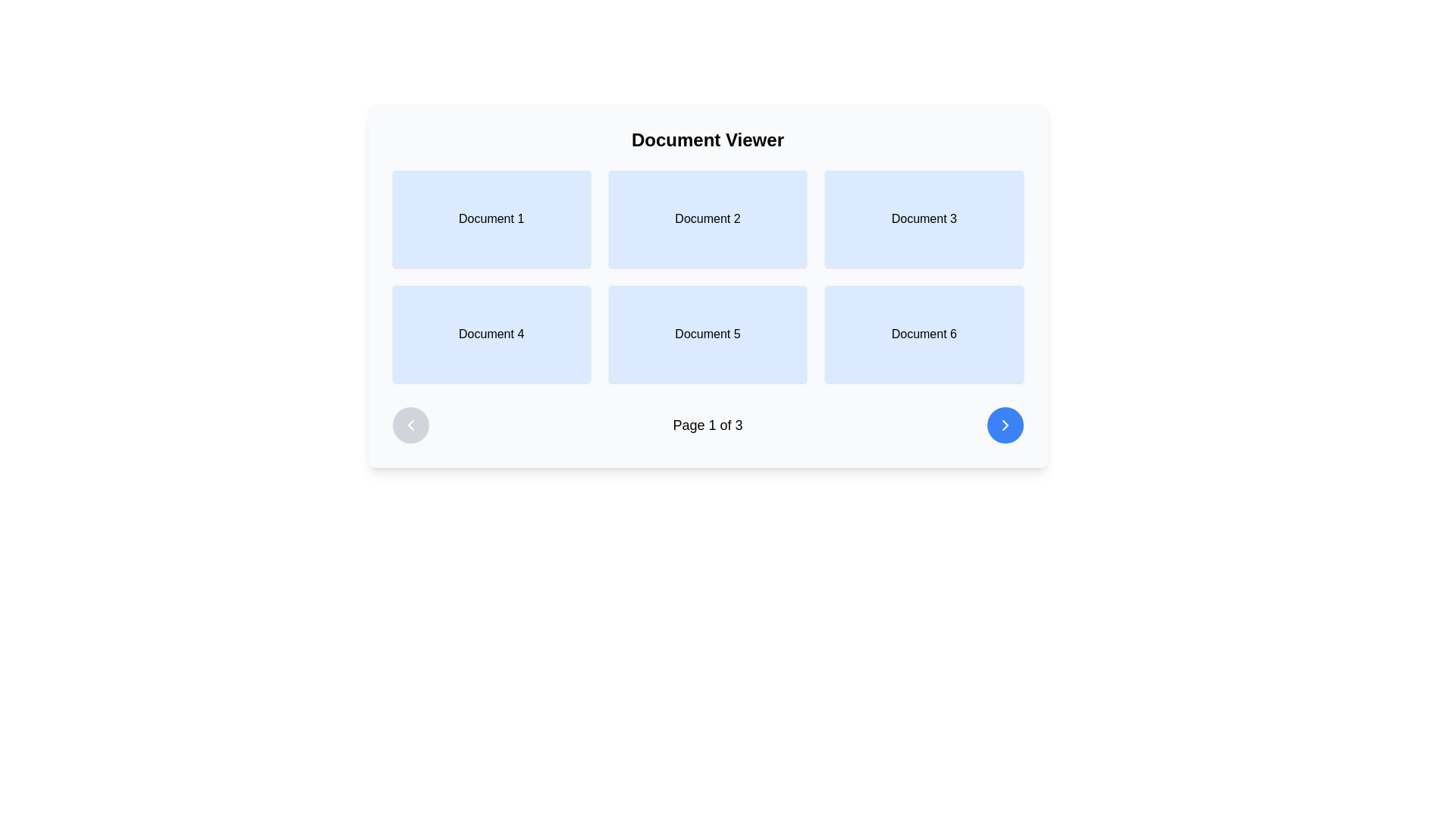  I want to click on the Text Label displaying 'Page 1 of 3', which is centrally positioned between the left and right navigation buttons and serves as an informational label for page navigation, so click(707, 425).